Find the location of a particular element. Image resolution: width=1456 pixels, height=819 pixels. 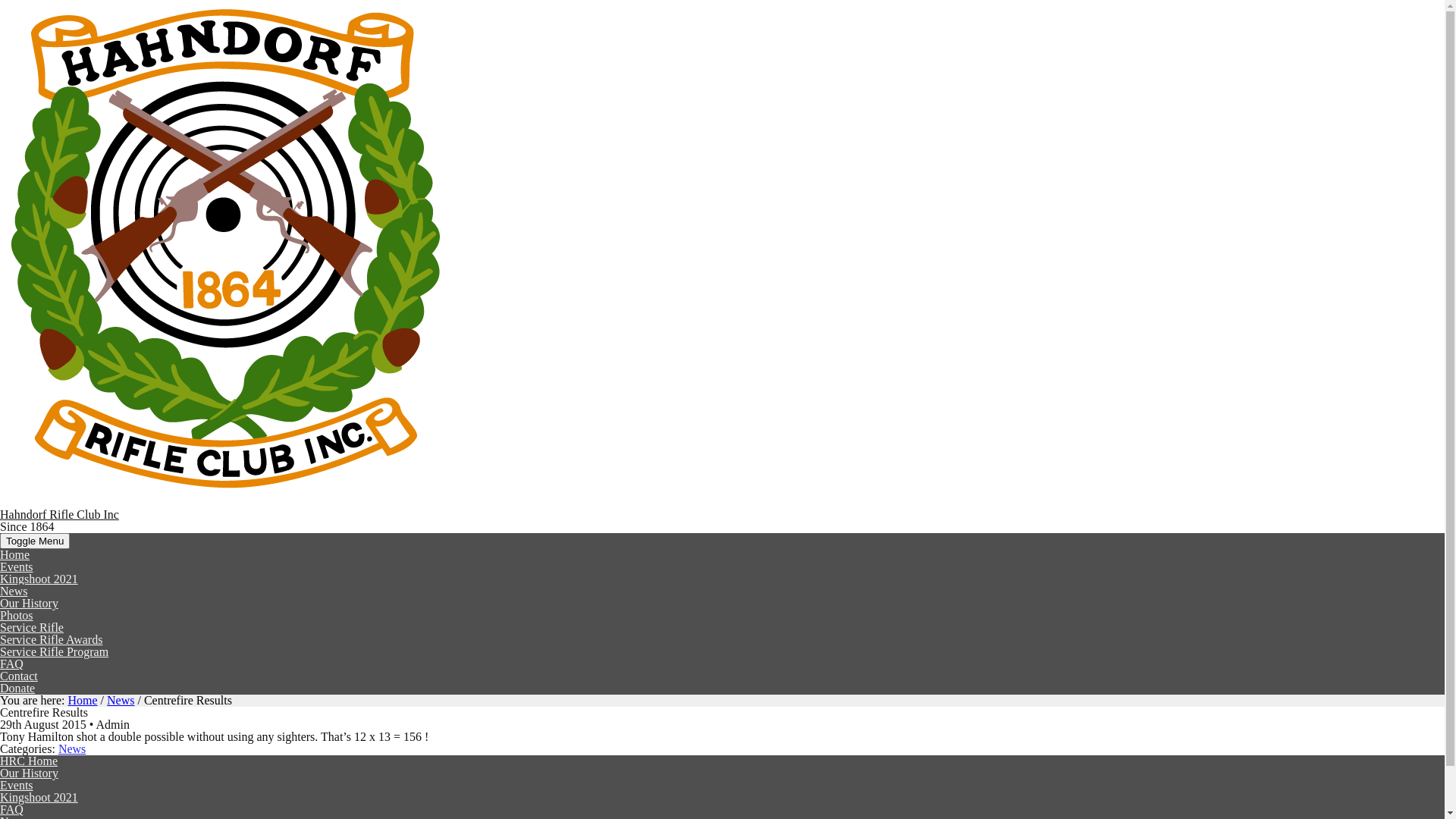

'Service Rifle Awards' is located at coordinates (51, 639).